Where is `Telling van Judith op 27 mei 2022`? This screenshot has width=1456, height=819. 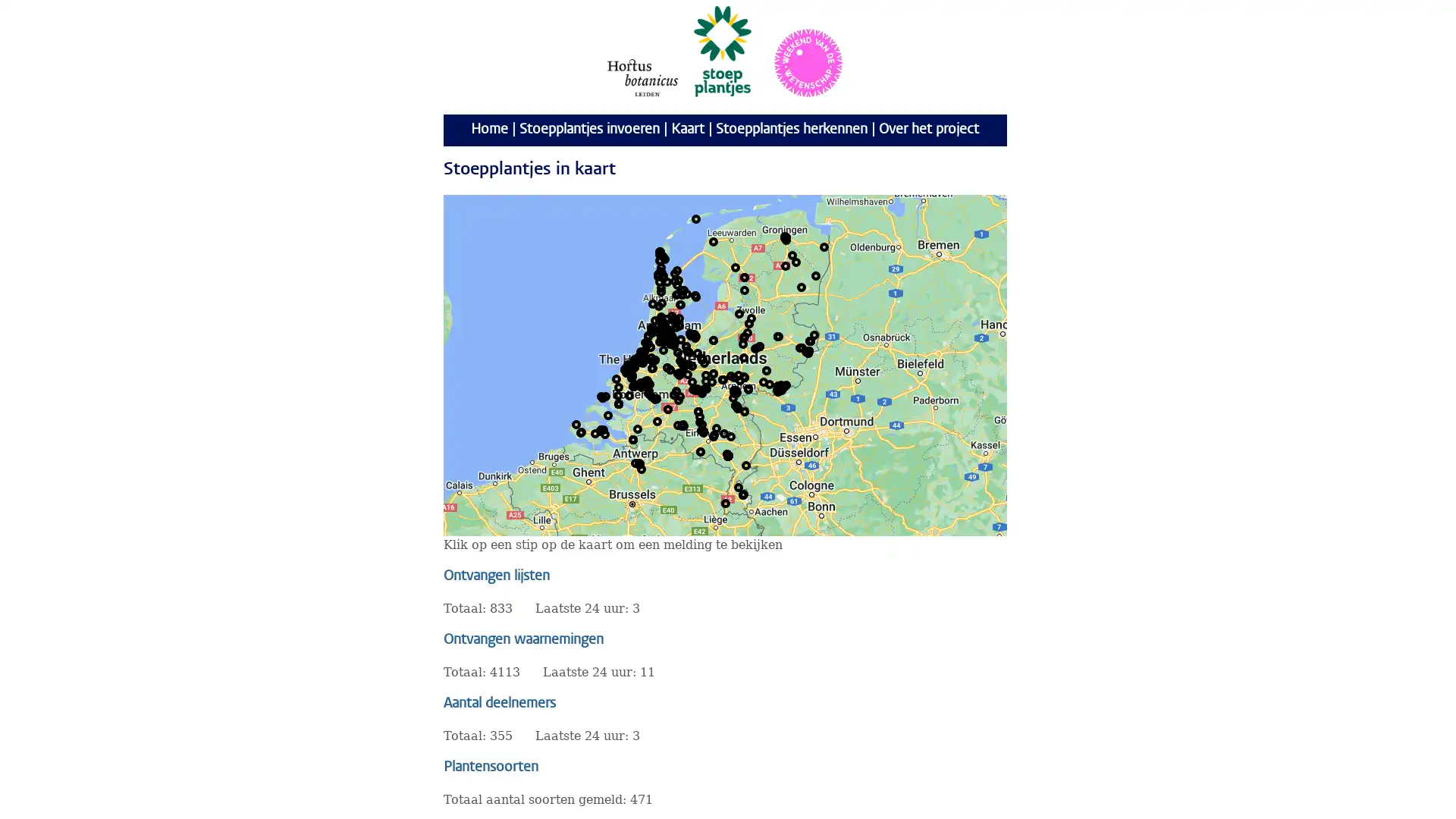
Telling van Judith op 27 mei 2022 is located at coordinates (600, 429).